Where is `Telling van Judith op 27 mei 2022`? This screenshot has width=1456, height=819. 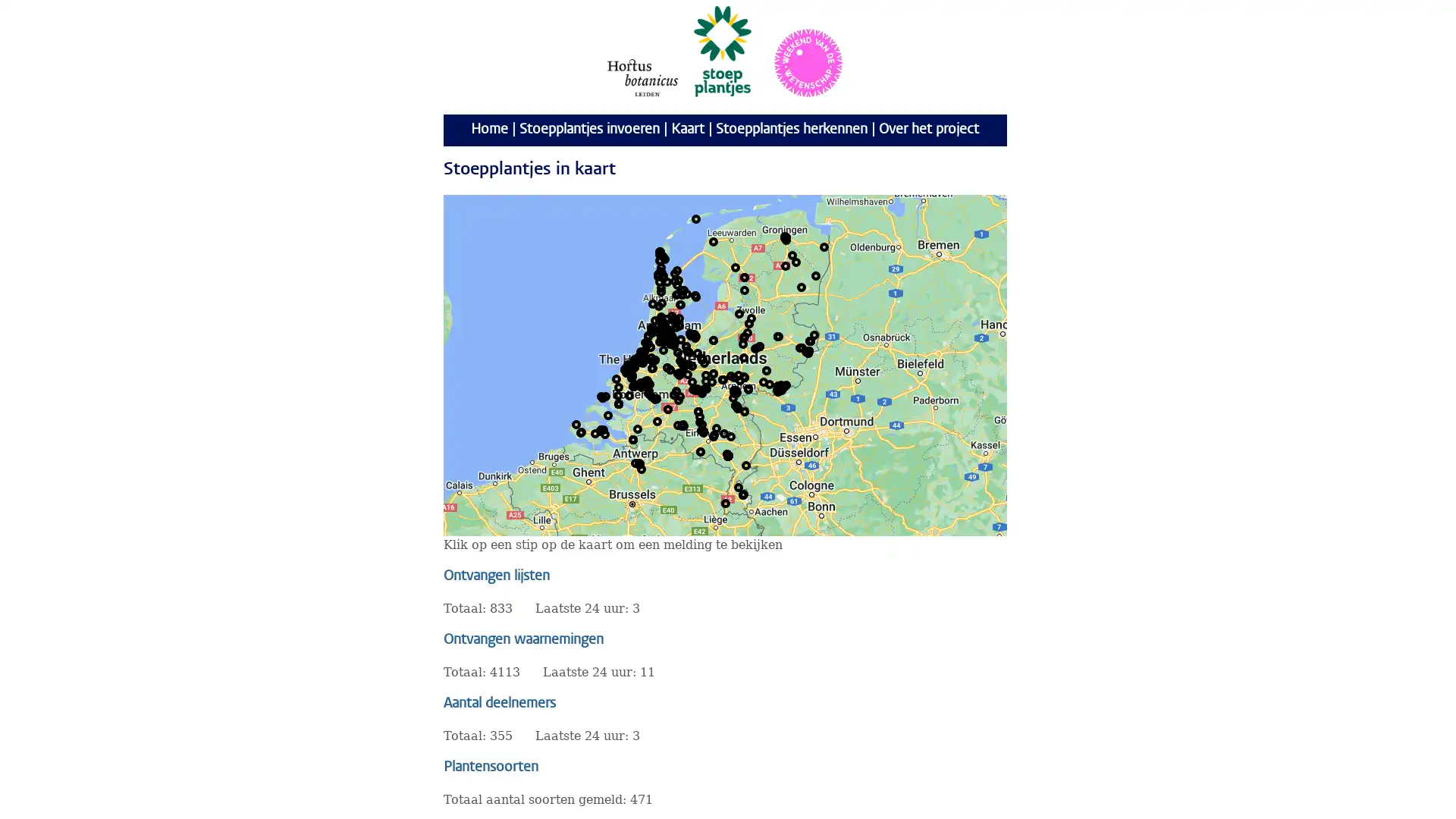
Telling van Judith op 27 mei 2022 is located at coordinates (600, 429).